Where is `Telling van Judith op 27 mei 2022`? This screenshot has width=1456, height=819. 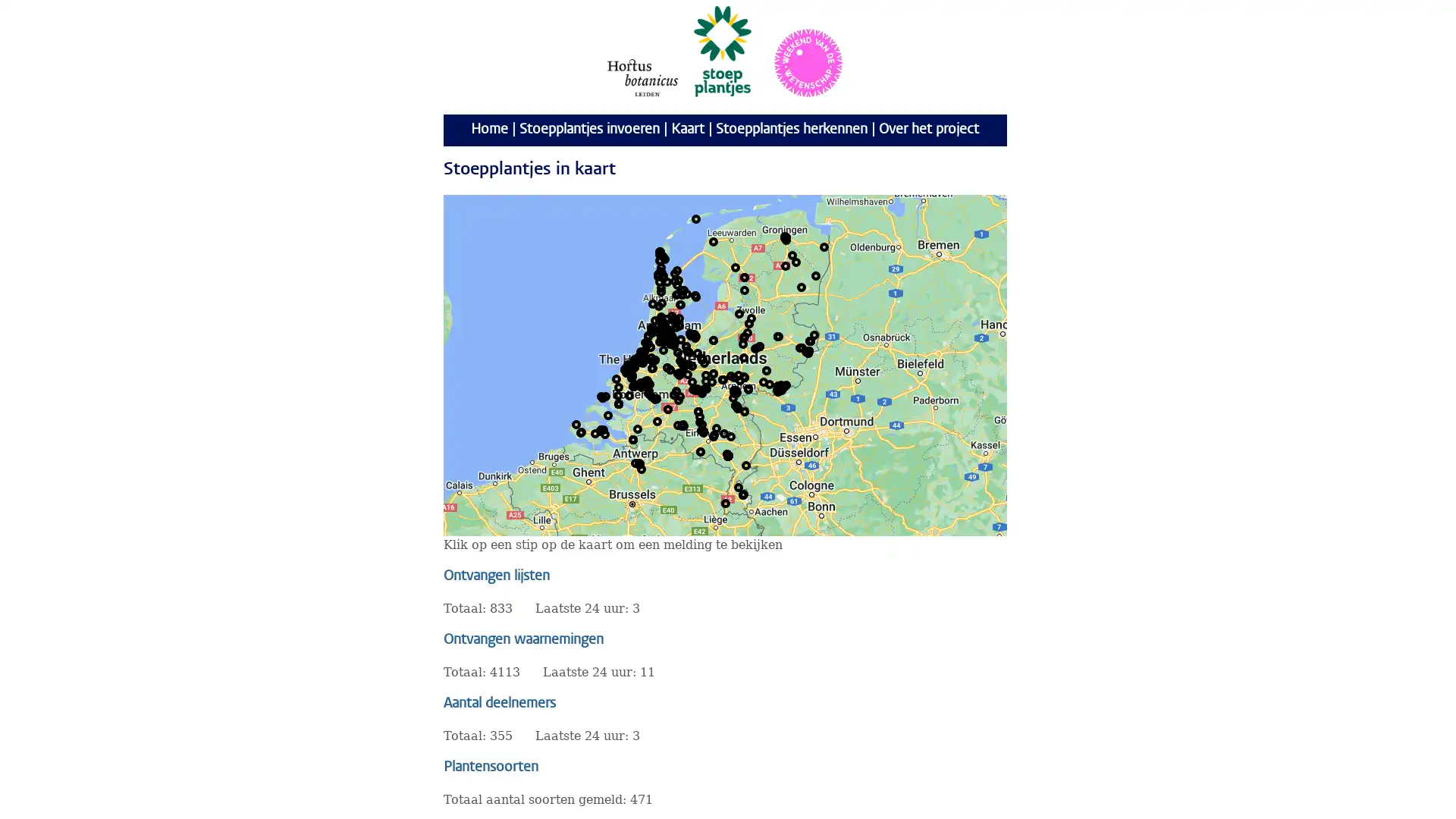
Telling van Judith op 27 mei 2022 is located at coordinates (600, 429).